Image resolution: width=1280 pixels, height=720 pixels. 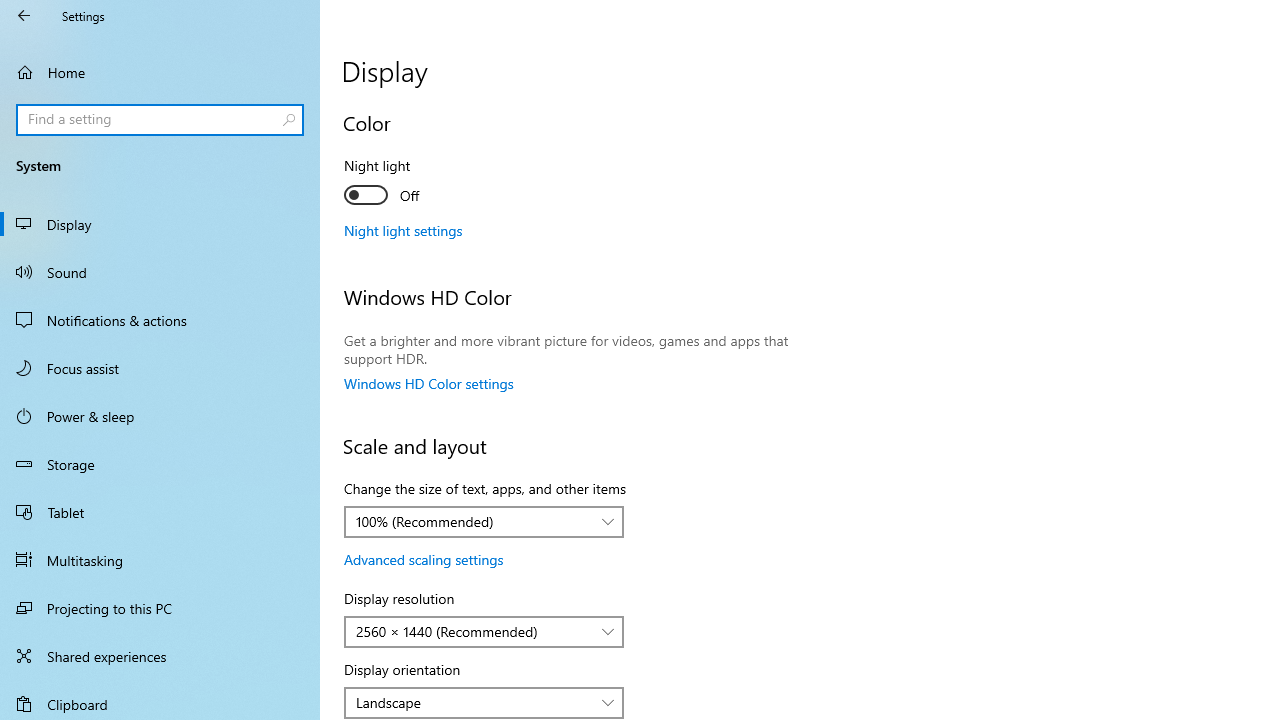 What do you see at coordinates (160, 271) in the screenshot?
I see `'Sound'` at bounding box center [160, 271].